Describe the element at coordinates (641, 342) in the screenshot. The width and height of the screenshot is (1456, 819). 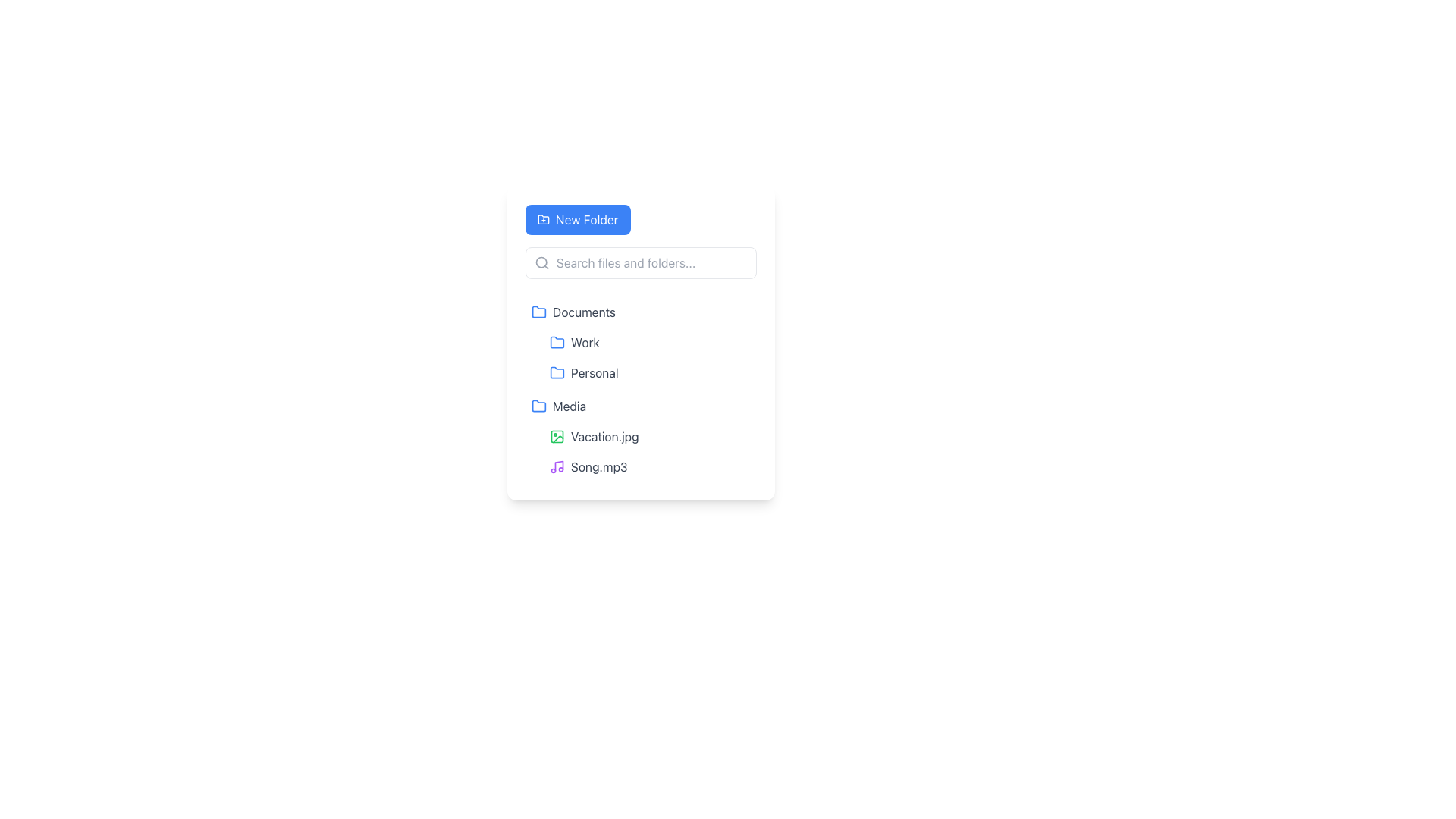
I see `the 'Work' folder entry` at that location.